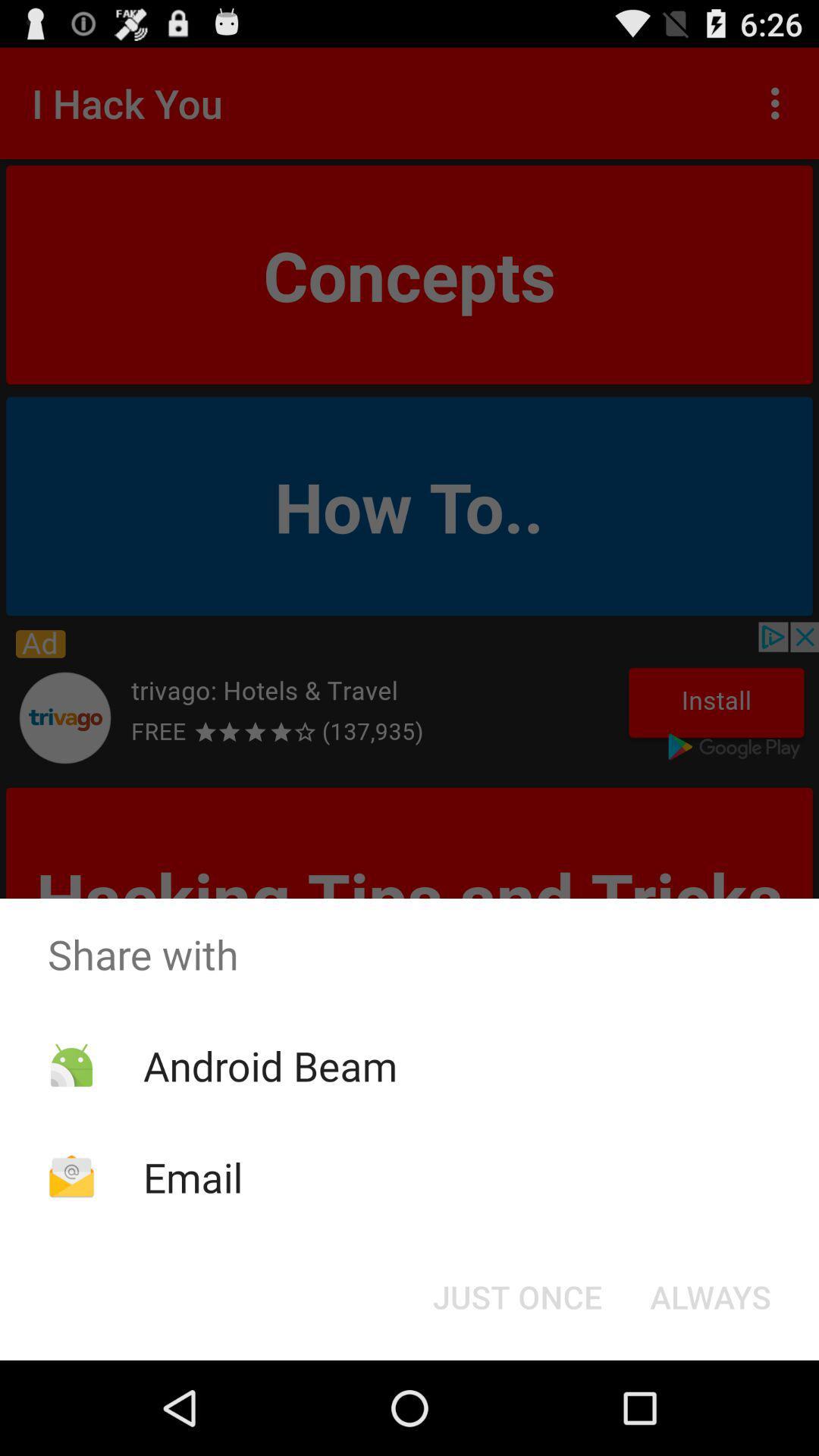 Image resolution: width=819 pixels, height=1456 pixels. Describe the element at coordinates (711, 1295) in the screenshot. I see `the icon below the share with app` at that location.